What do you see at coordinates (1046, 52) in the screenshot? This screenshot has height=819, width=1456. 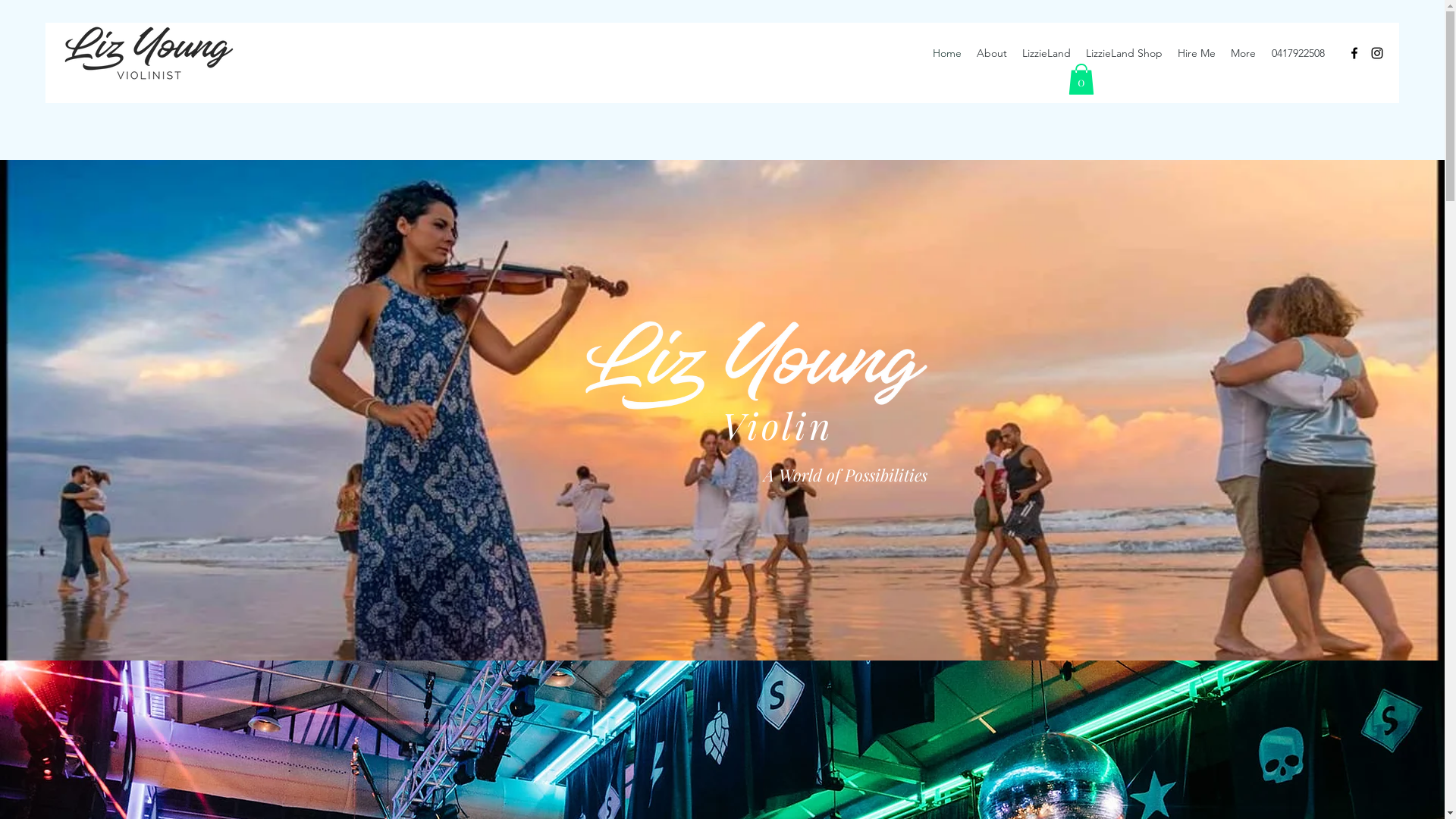 I see `'LizzieLand'` at bounding box center [1046, 52].